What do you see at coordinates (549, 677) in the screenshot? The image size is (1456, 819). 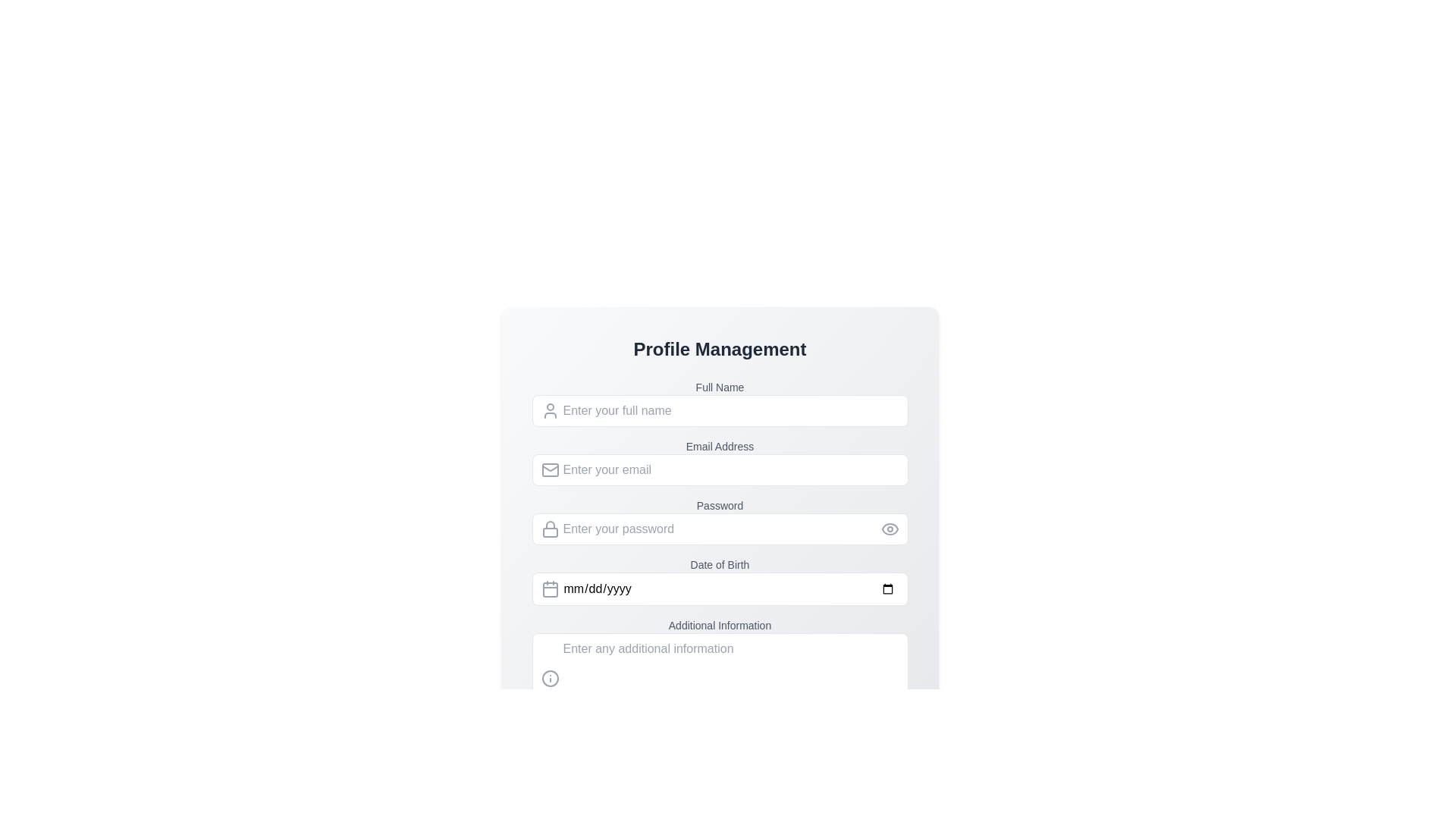 I see `the decorative circular SVG element located near the bottom-left of the 'Additional Information' text input field` at bounding box center [549, 677].